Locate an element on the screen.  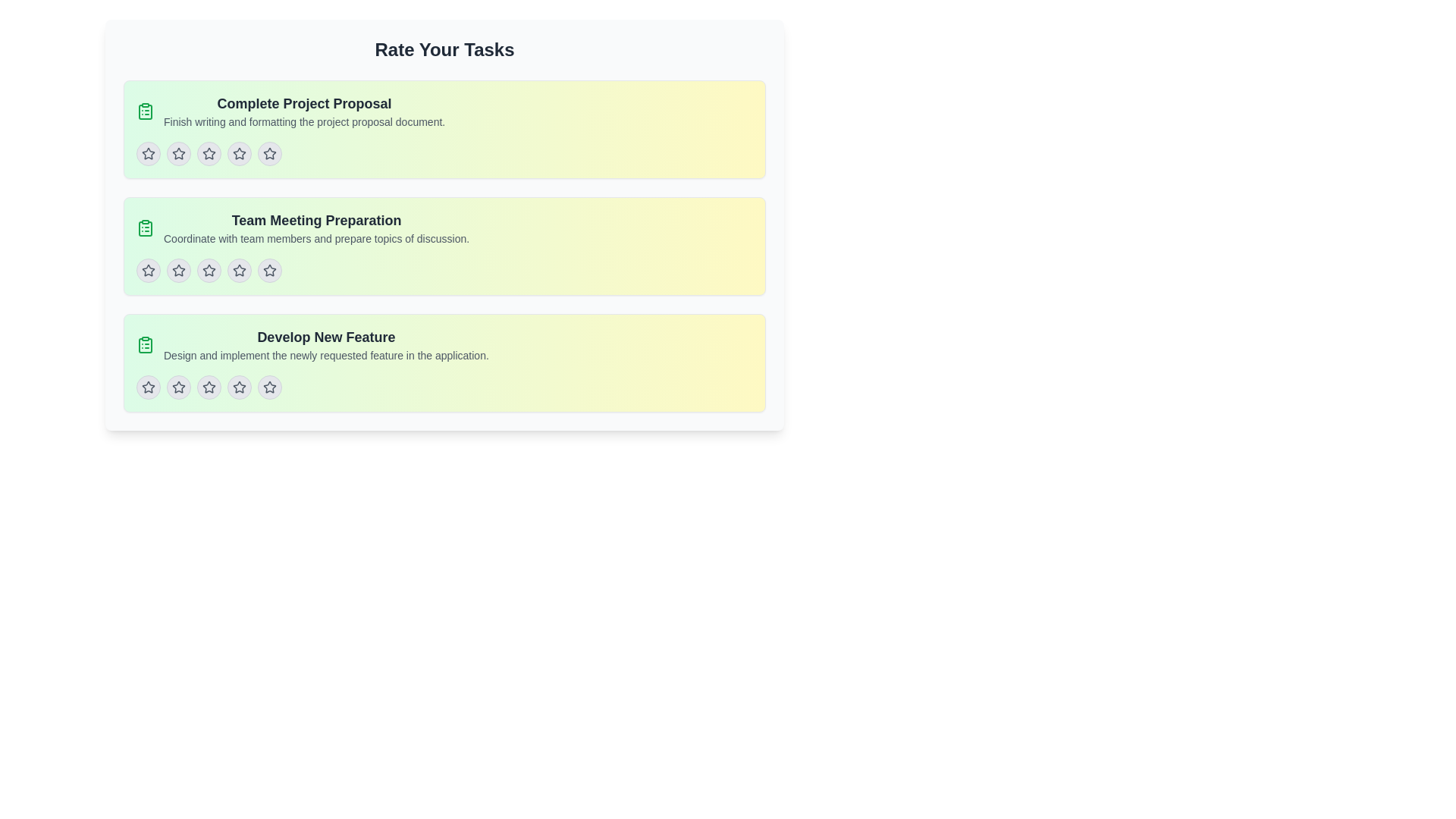
the fifth star-shaped rating icon within the 'Rate Your Tasks' section is located at coordinates (269, 154).